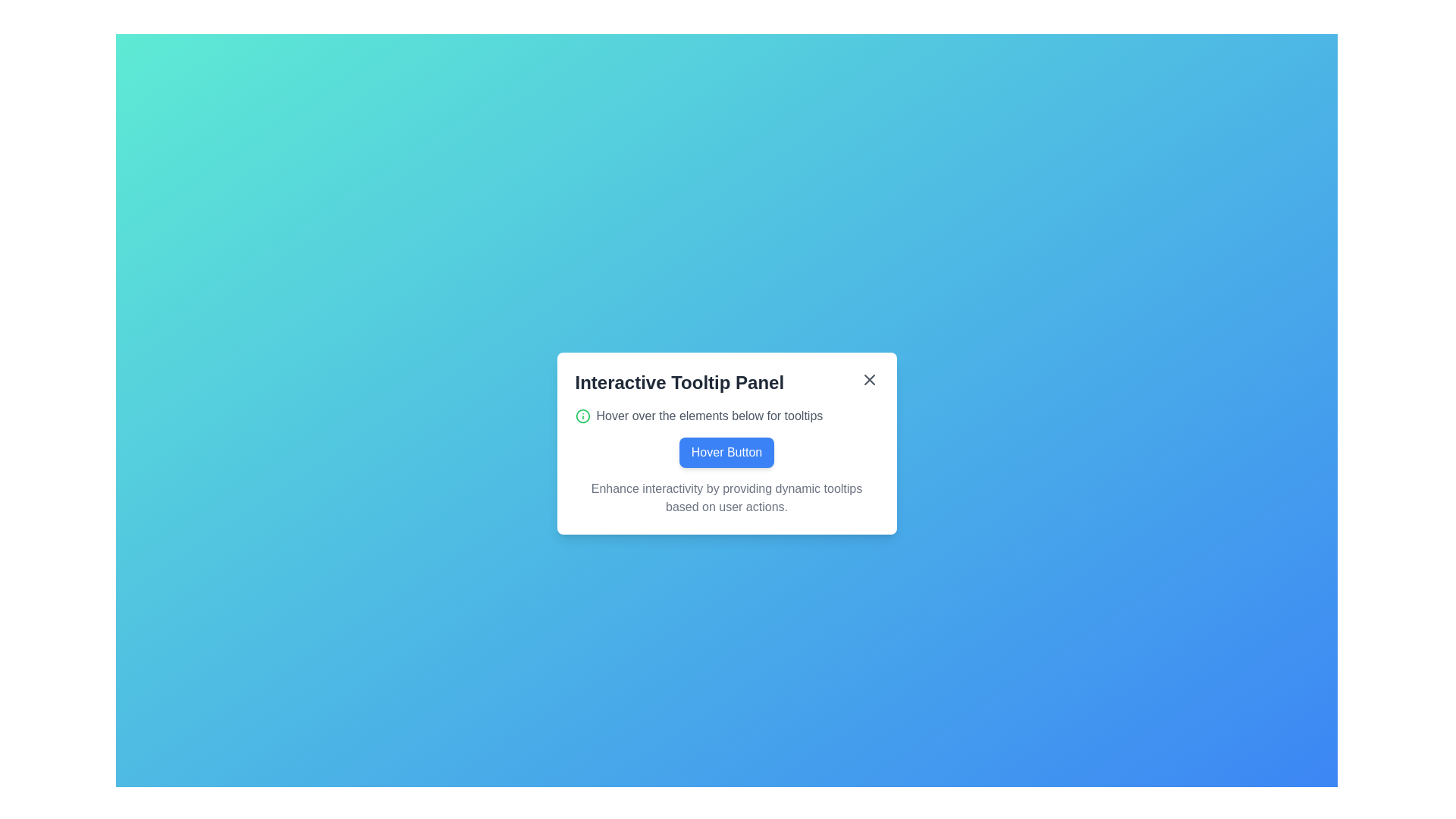  What do you see at coordinates (709, 416) in the screenshot?
I see `the static text indicating usage instructions, positioned immediately to the right of the green information icon in the dialog box` at bounding box center [709, 416].